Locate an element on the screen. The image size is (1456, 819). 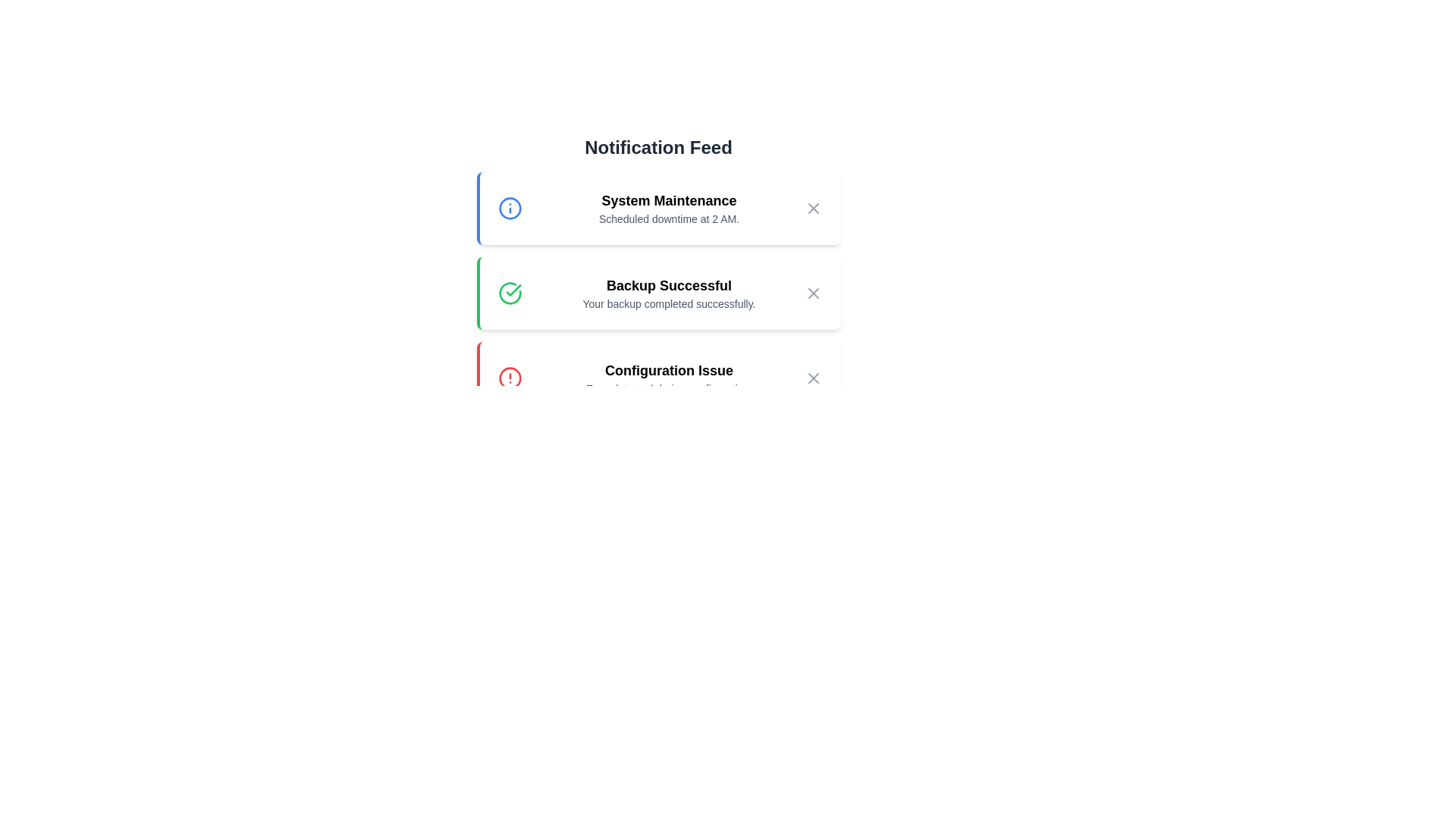
the icon associated with the notification type is located at coordinates (510, 208).